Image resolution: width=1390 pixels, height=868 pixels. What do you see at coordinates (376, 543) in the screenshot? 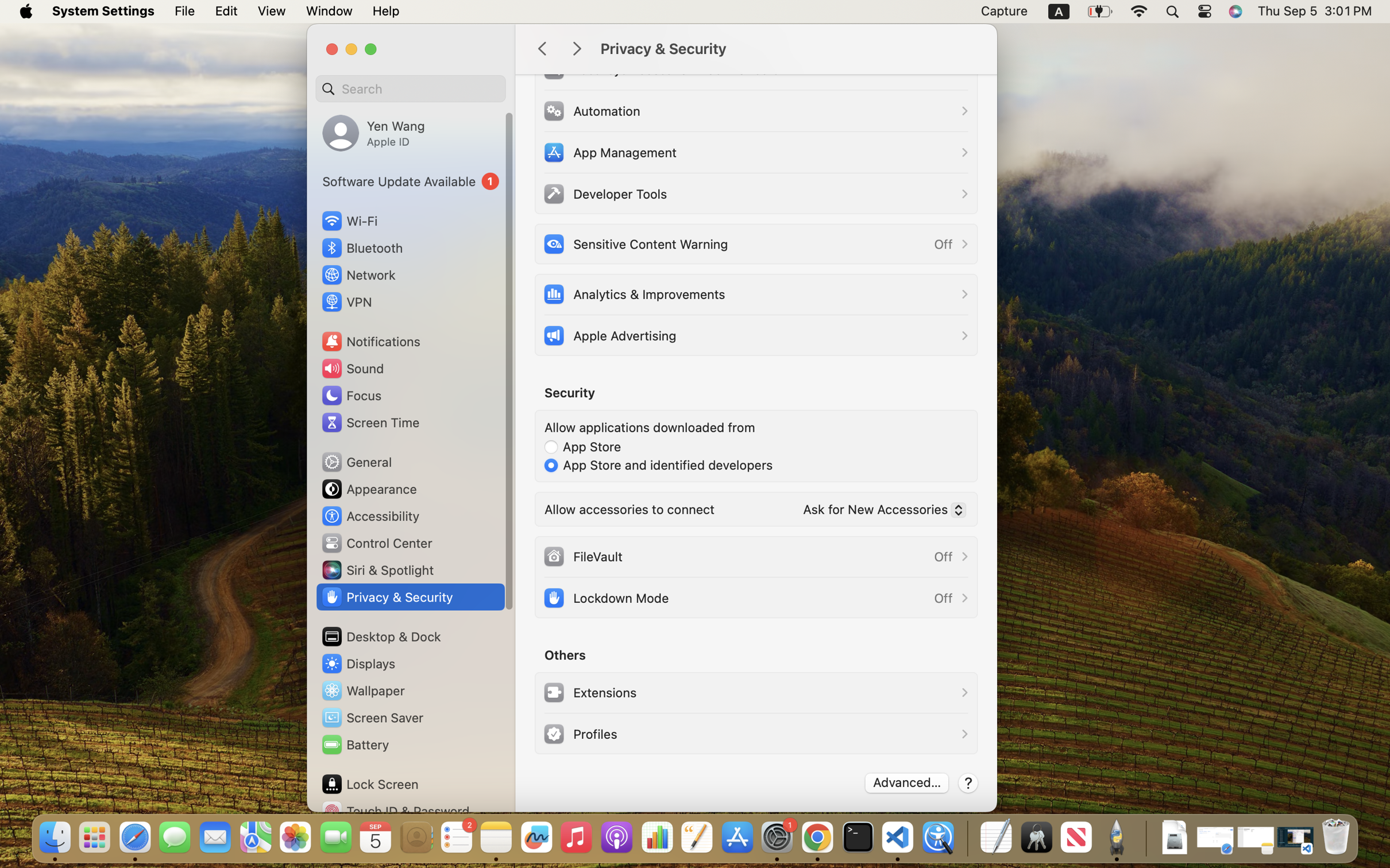
I see `'Control Center'` at bounding box center [376, 543].